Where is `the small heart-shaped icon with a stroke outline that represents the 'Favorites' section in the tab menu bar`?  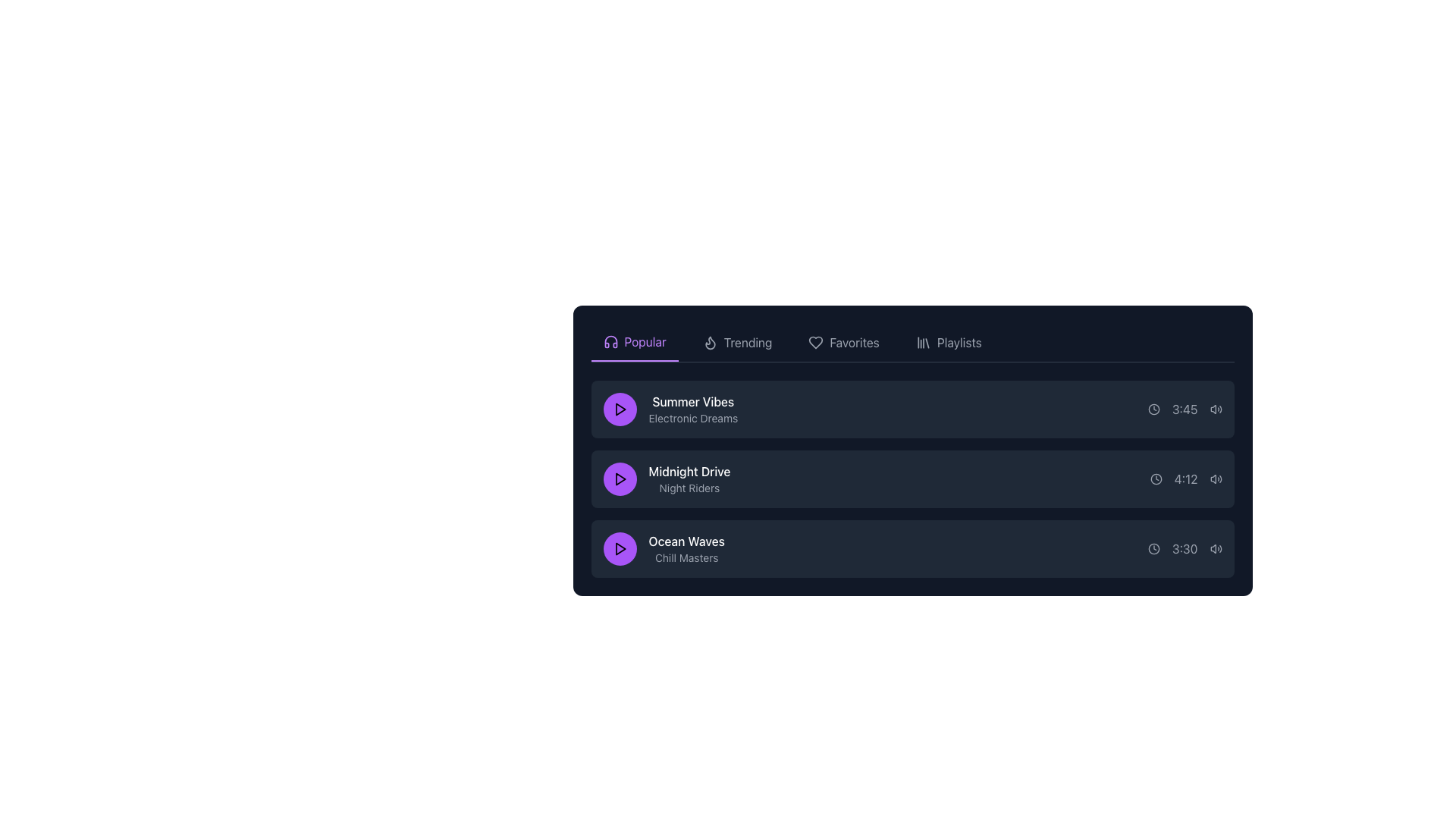 the small heart-shaped icon with a stroke outline that represents the 'Favorites' section in the tab menu bar is located at coordinates (815, 342).